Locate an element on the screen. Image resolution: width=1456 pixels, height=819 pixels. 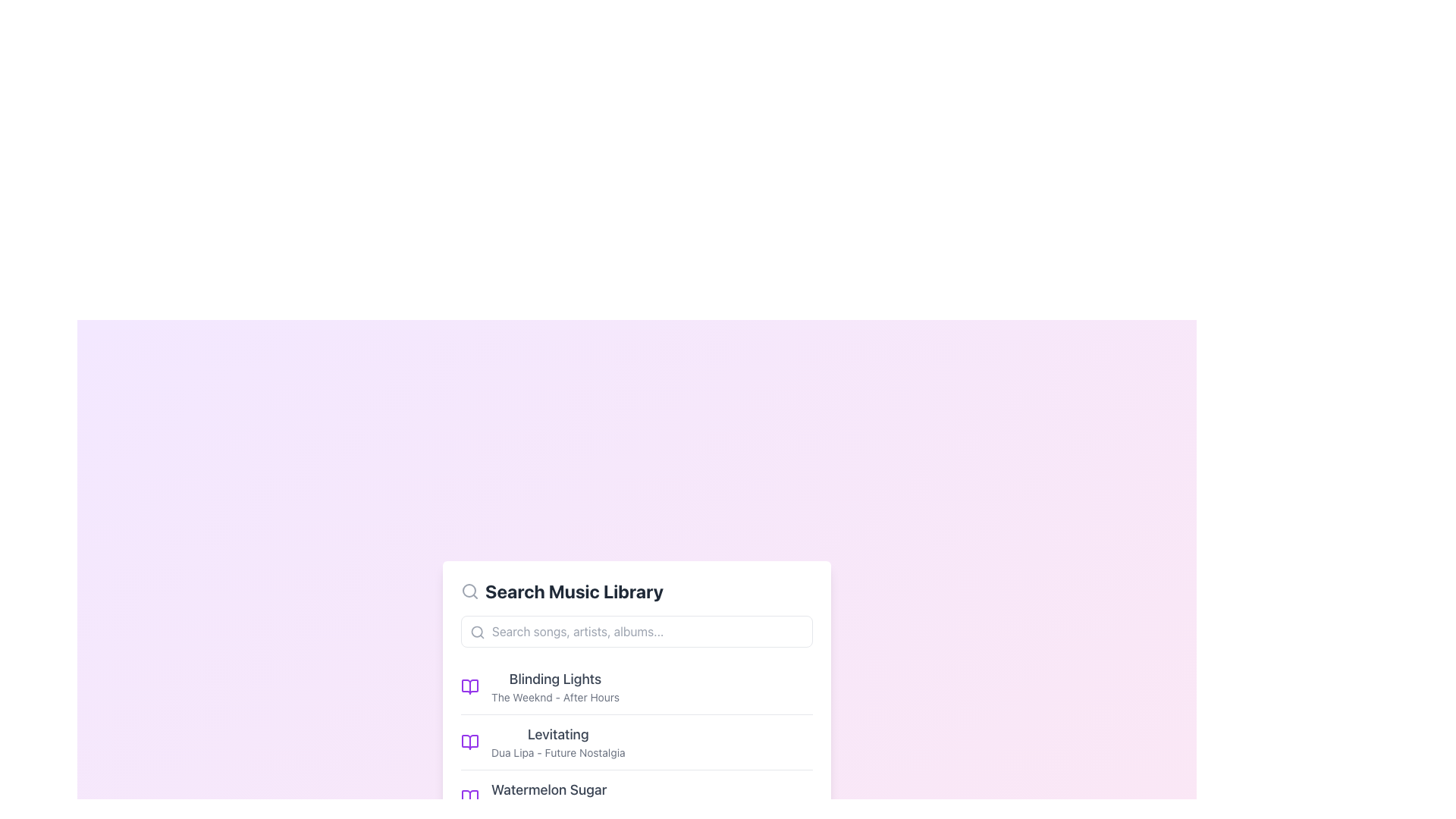
to select the music track 'Blinding Lights' by 'The Weeknd', which is the first item in the list under the 'Search Music Library' section is located at coordinates (637, 686).